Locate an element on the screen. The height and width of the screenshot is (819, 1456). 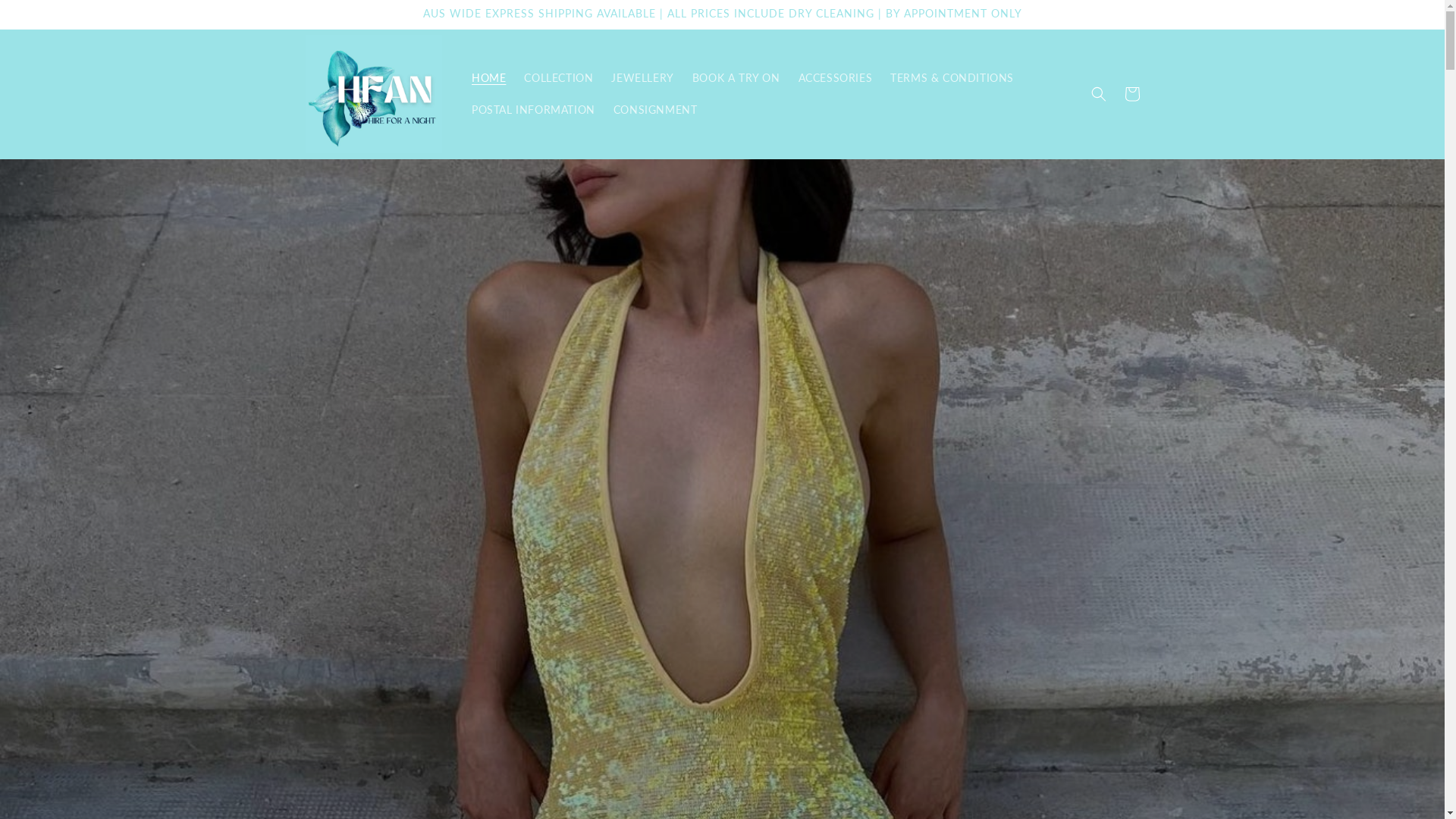
'POSTAL INFORMATION' is located at coordinates (533, 109).